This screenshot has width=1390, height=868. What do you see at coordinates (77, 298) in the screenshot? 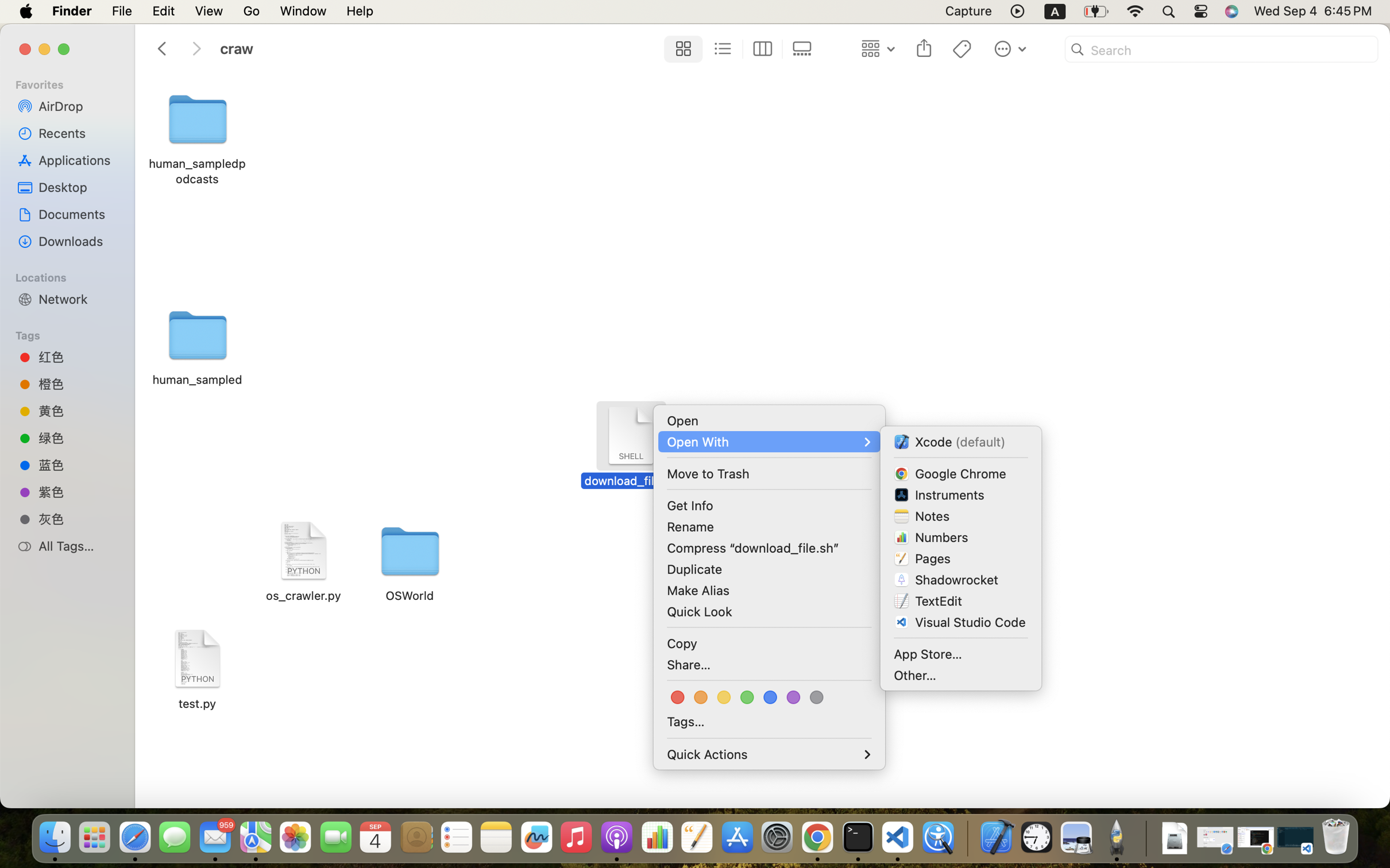
I see `'Network'` at bounding box center [77, 298].